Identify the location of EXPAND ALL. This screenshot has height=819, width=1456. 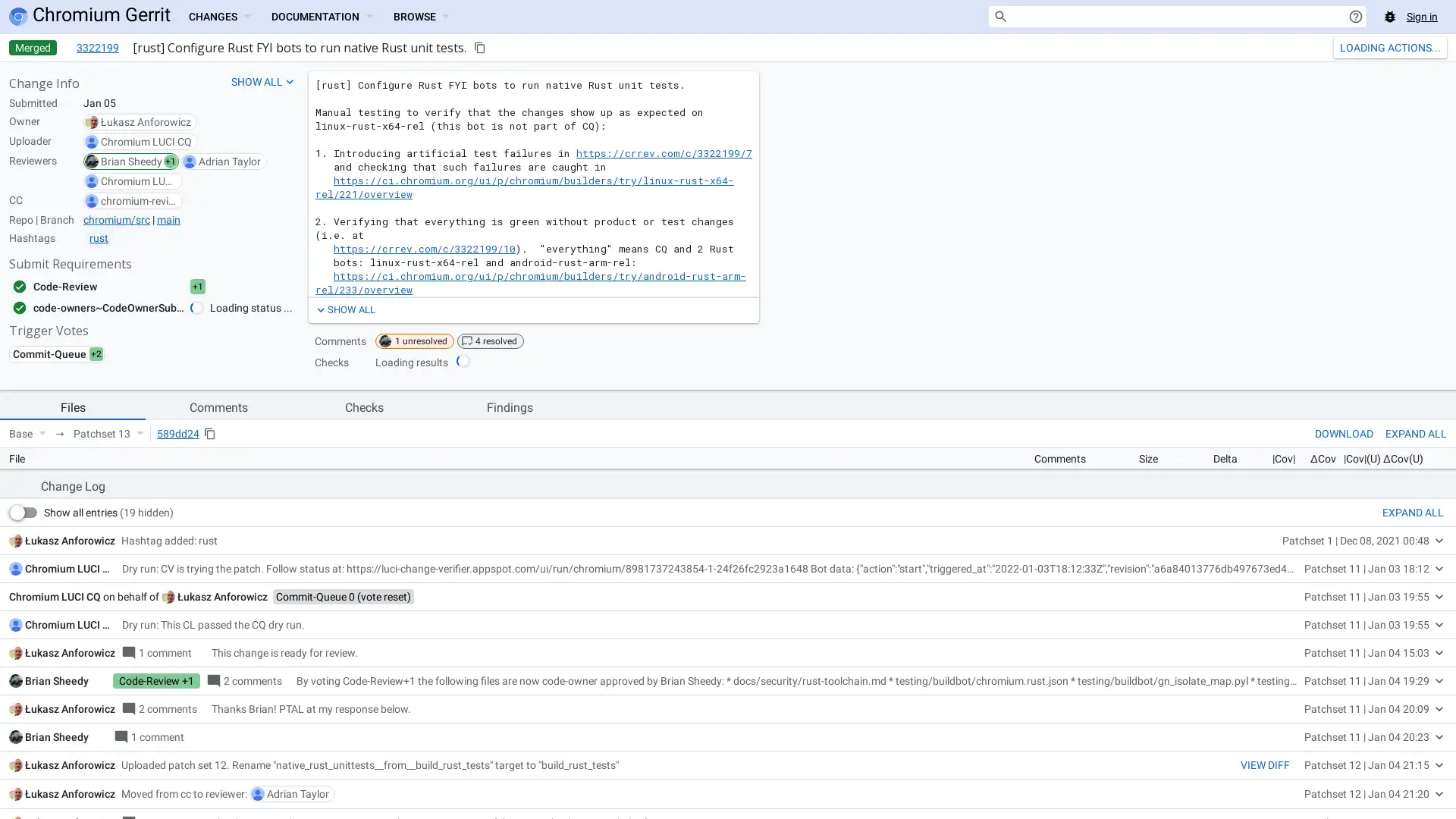
(1412, 721).